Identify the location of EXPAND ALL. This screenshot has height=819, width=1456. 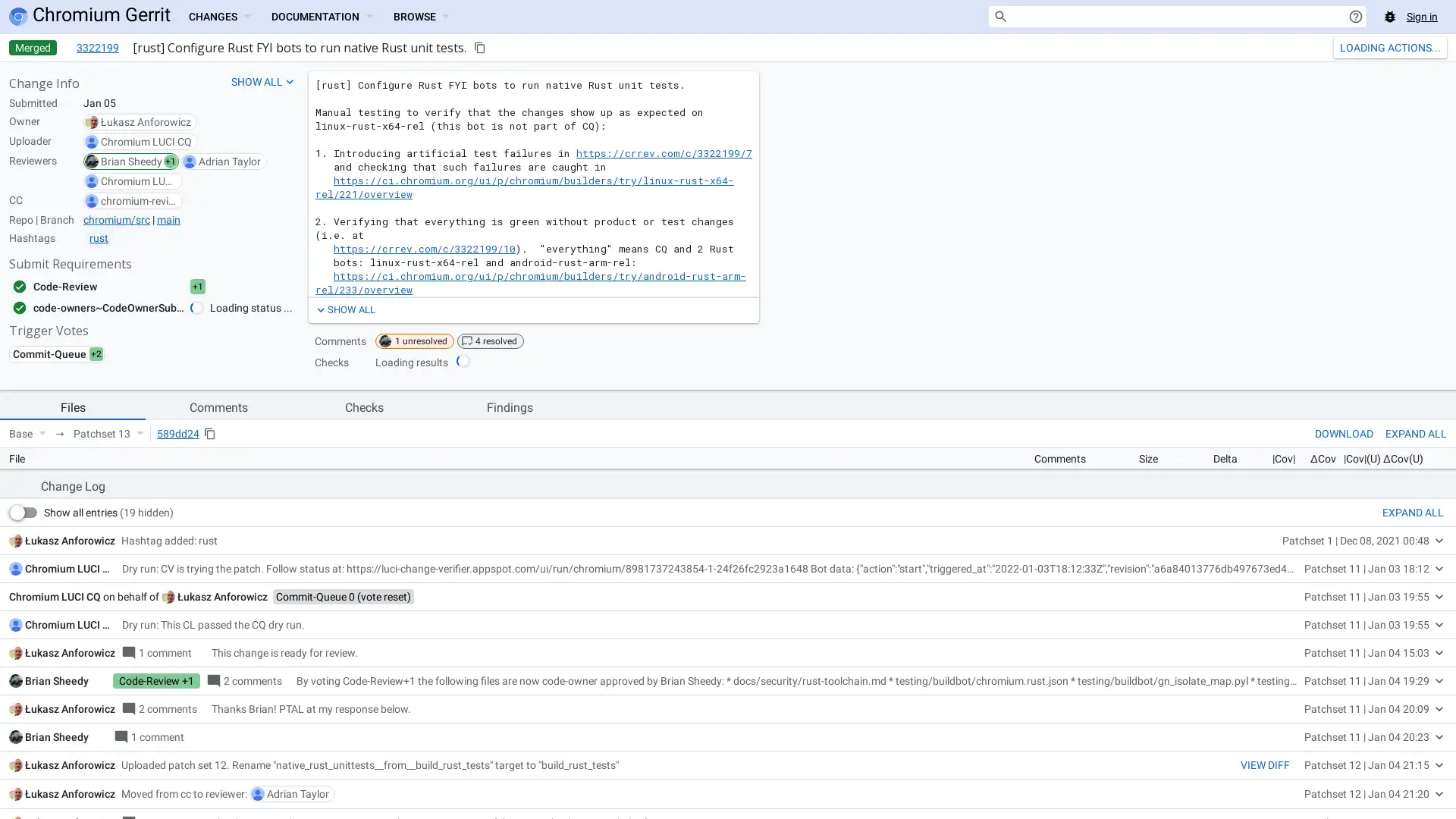
(1412, 721).